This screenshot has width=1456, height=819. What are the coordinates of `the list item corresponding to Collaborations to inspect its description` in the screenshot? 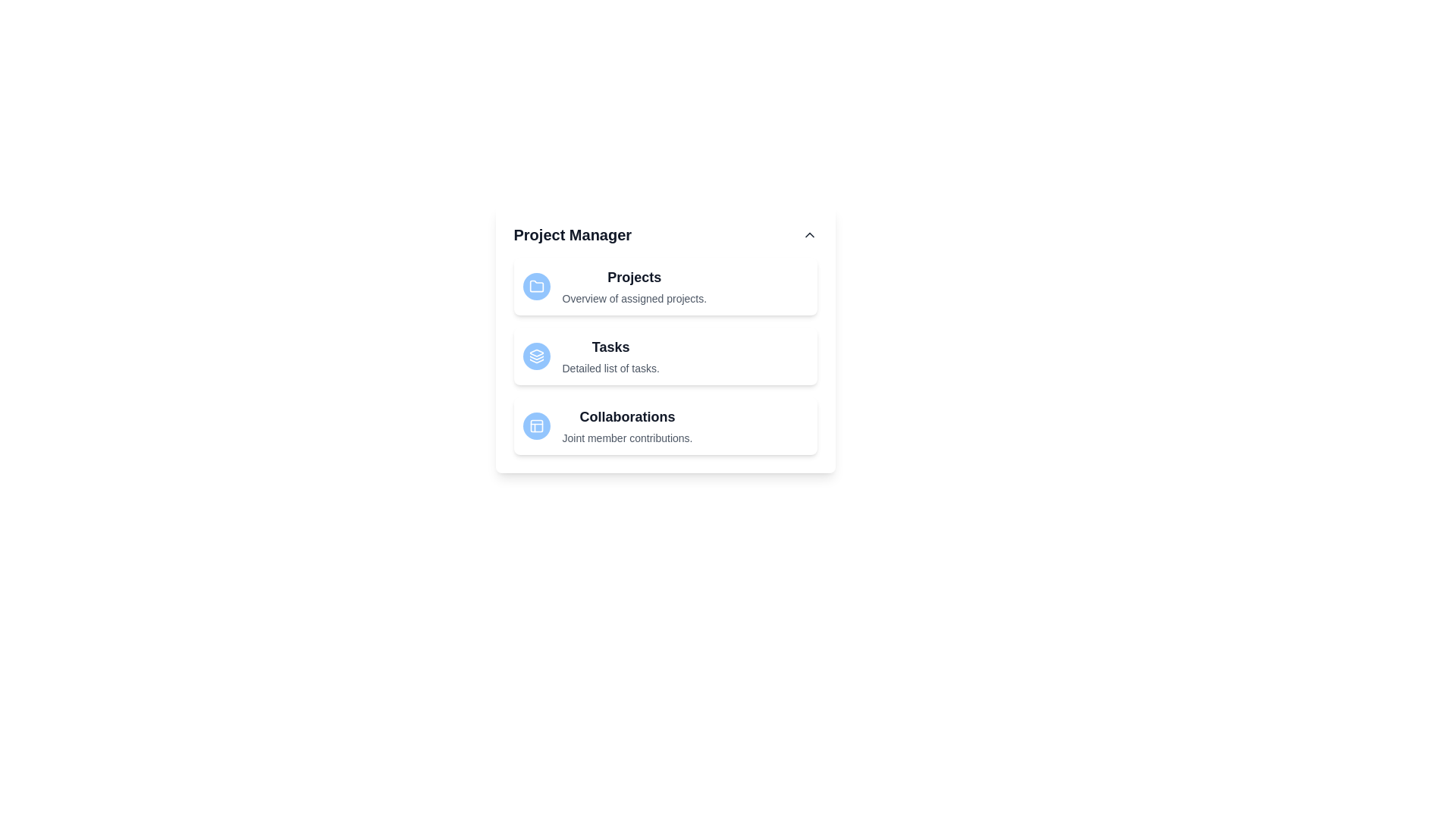 It's located at (607, 432).